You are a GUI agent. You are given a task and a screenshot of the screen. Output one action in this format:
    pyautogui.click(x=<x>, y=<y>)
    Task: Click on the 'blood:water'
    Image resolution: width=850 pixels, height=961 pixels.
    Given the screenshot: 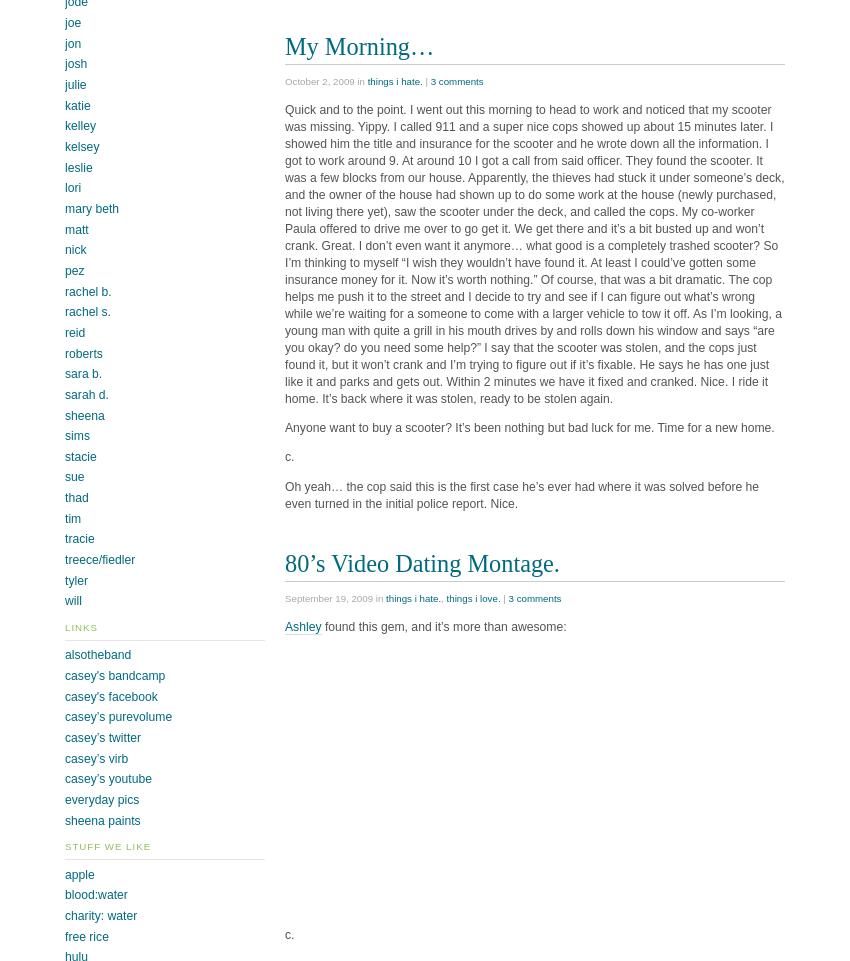 What is the action you would take?
    pyautogui.click(x=94, y=893)
    